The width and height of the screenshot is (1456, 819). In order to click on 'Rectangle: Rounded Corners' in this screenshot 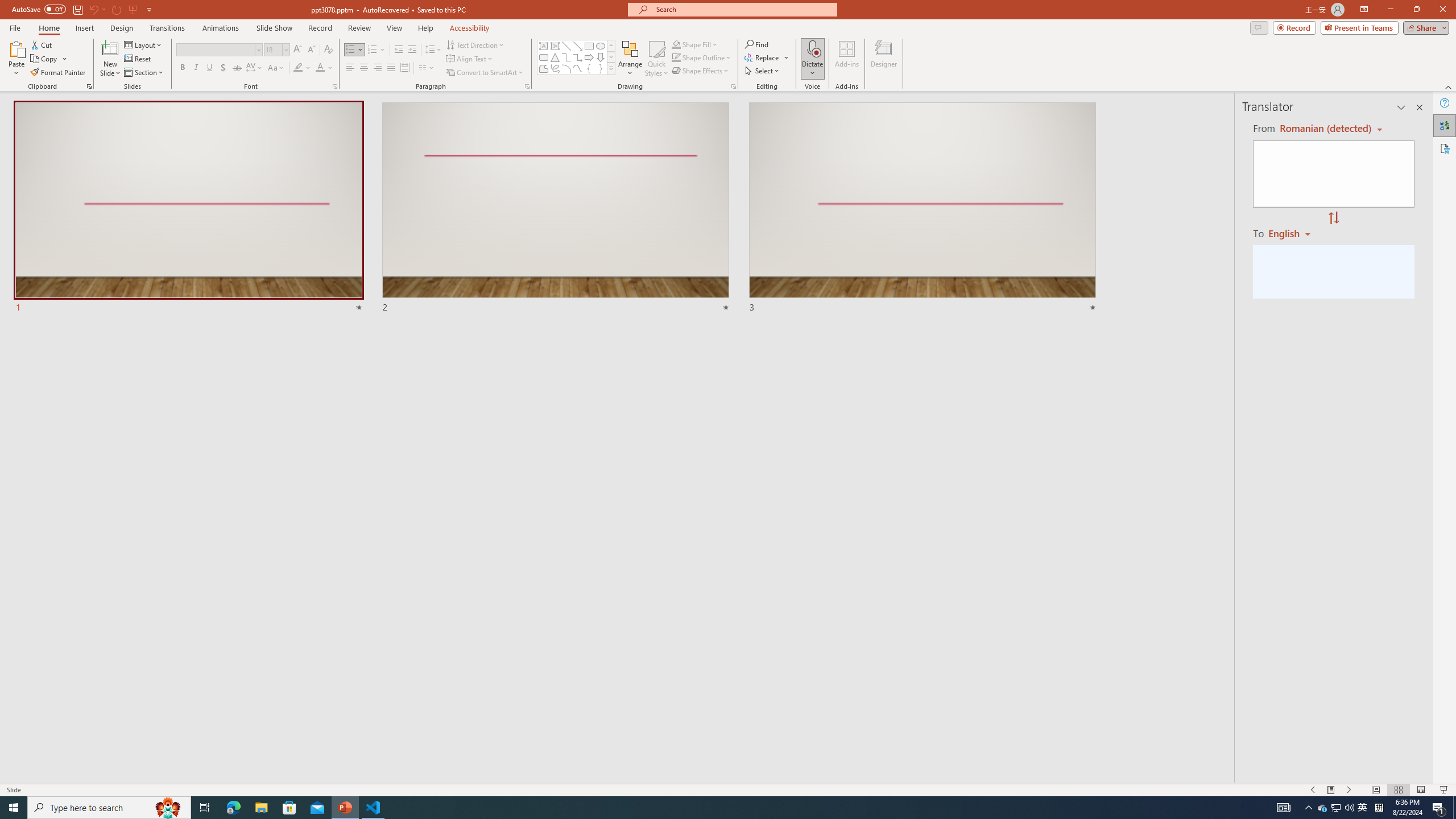, I will do `click(543, 56)`.